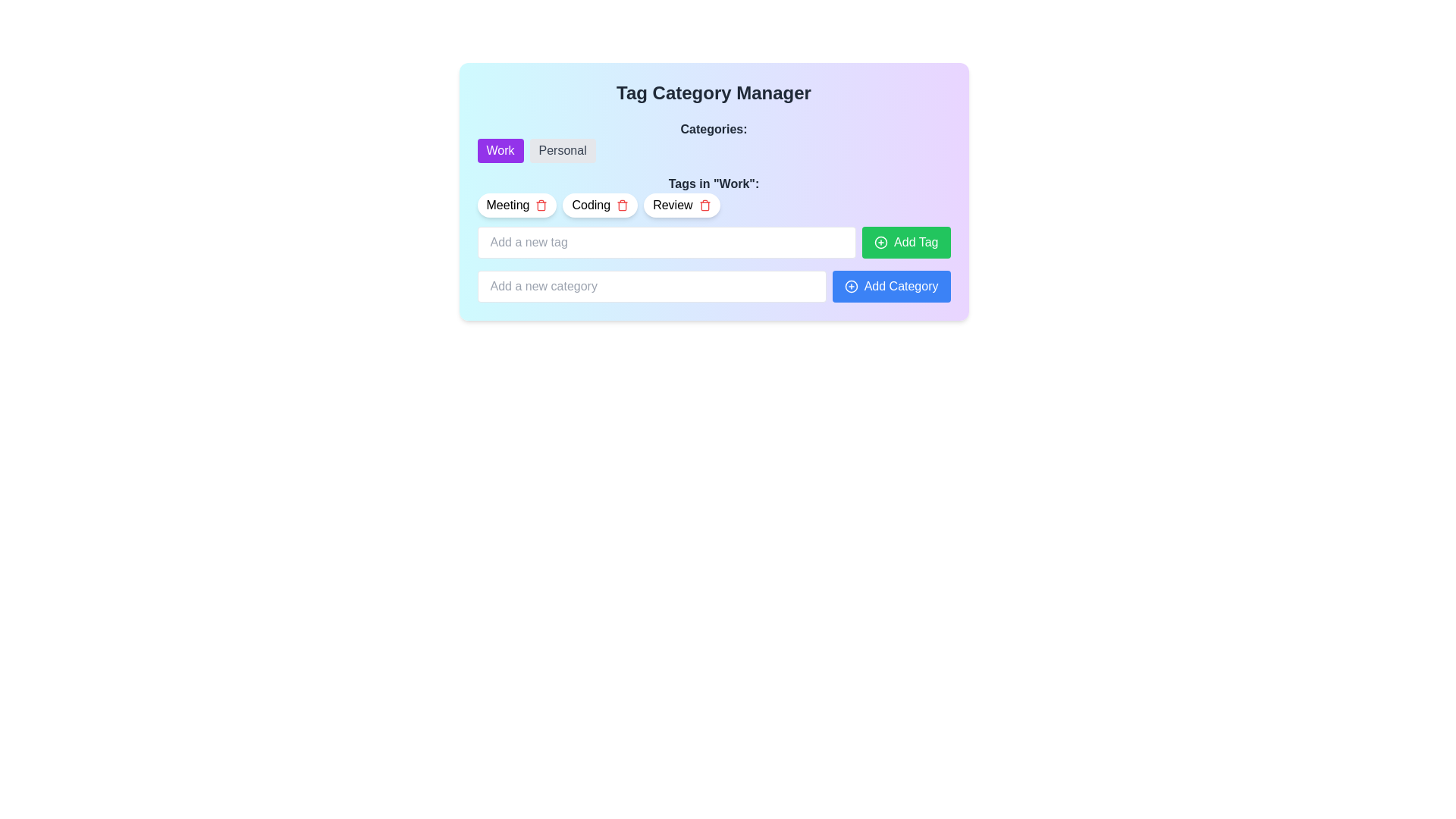 This screenshot has width=1456, height=819. I want to click on the green circular '+' icon located at the center of the 'Add Tag' button, so click(880, 242).